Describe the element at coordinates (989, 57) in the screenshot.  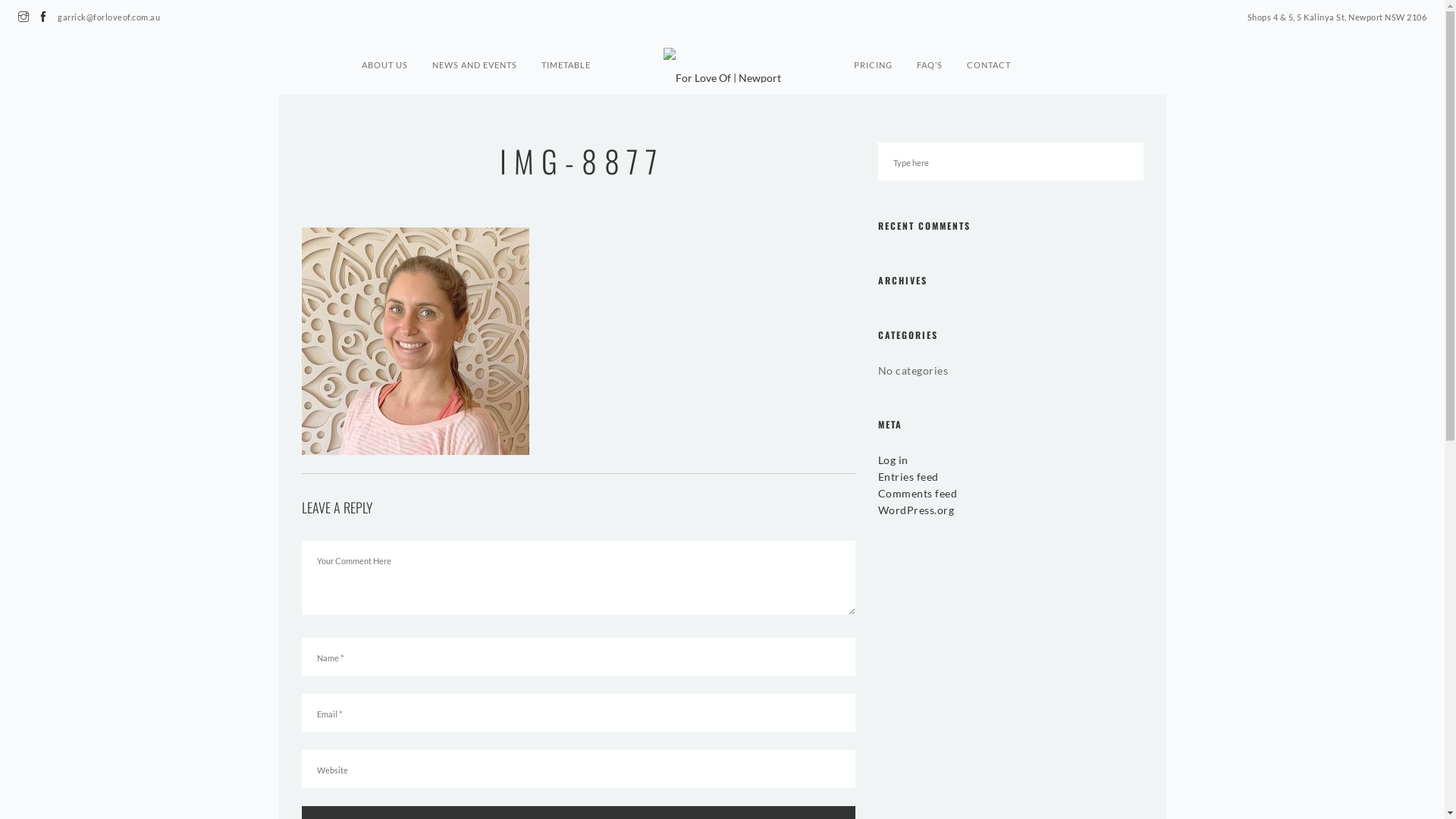
I see `'CONTACT'` at that location.